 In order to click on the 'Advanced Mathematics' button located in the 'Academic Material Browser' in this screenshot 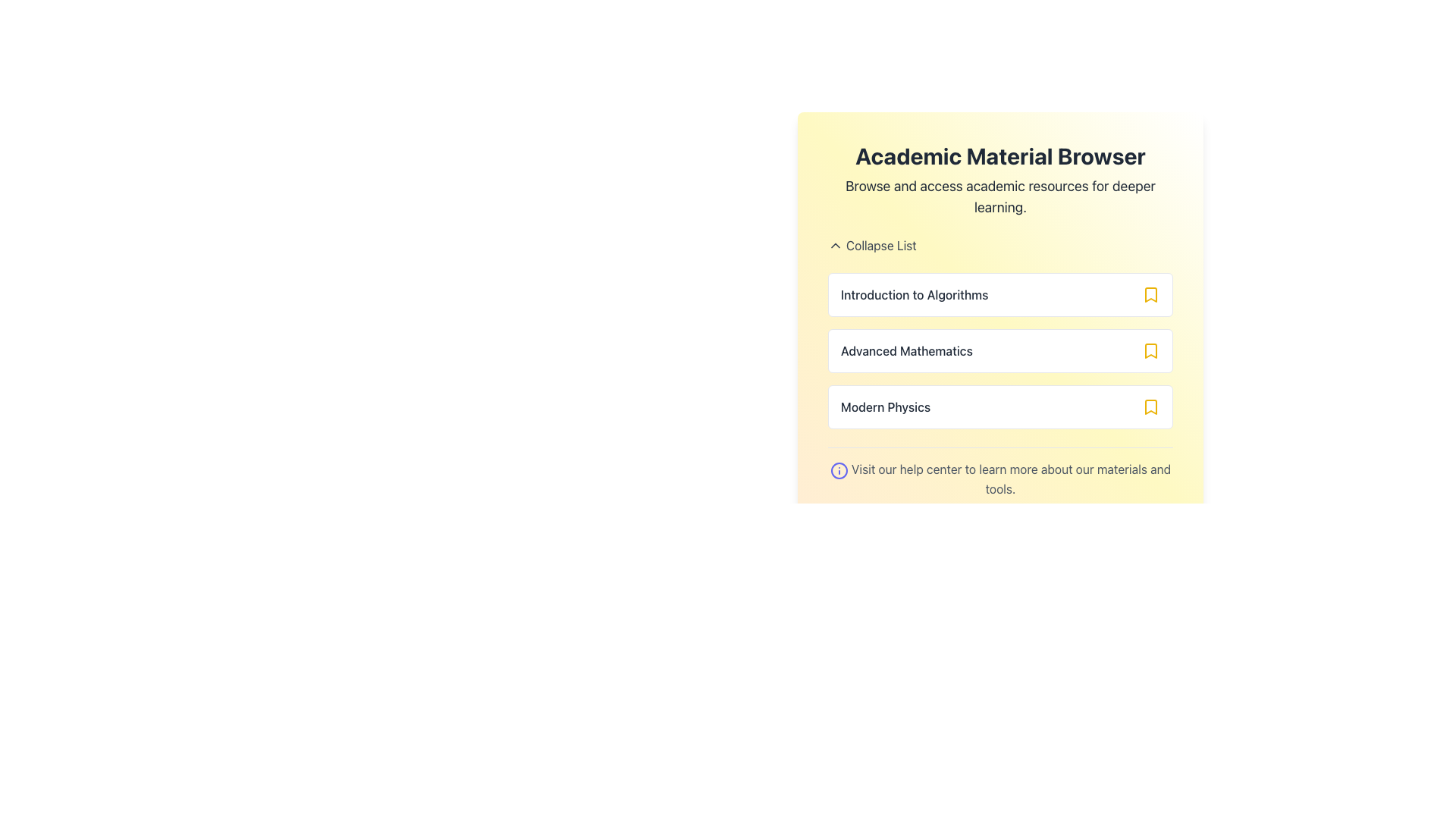, I will do `click(1000, 350)`.